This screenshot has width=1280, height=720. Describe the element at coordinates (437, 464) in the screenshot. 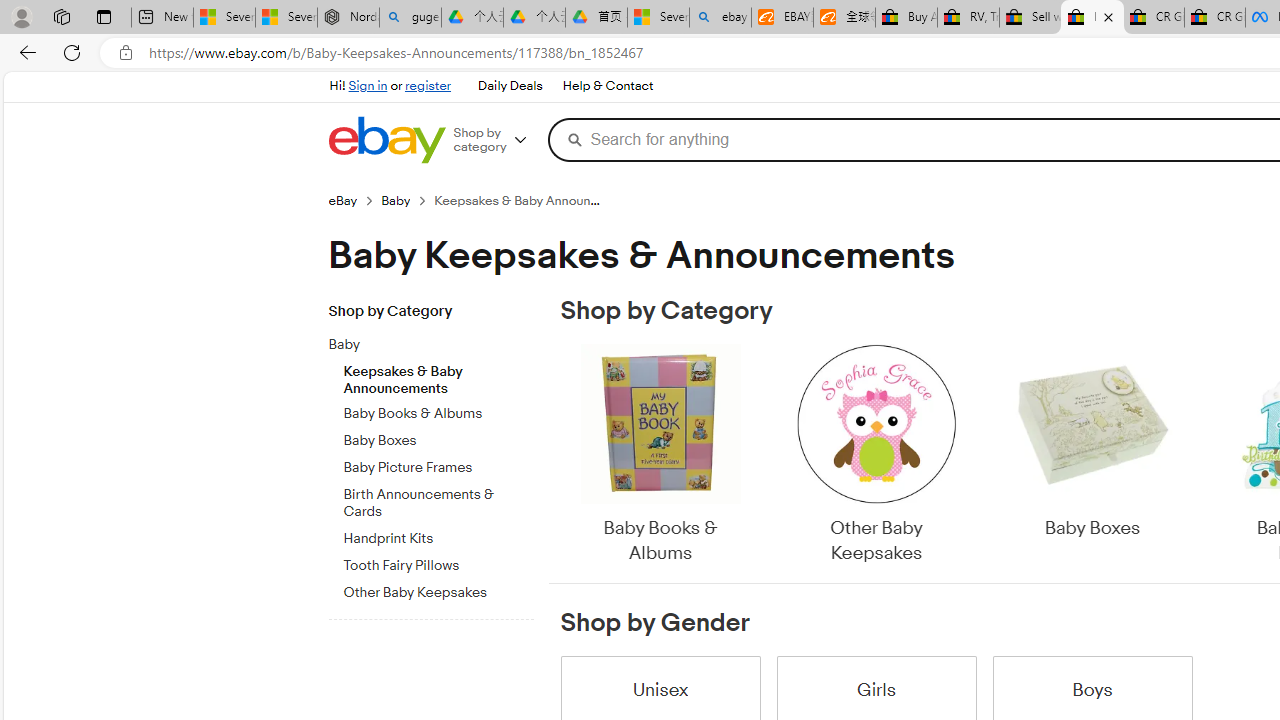

I see `'Baby Picture Frames'` at that location.